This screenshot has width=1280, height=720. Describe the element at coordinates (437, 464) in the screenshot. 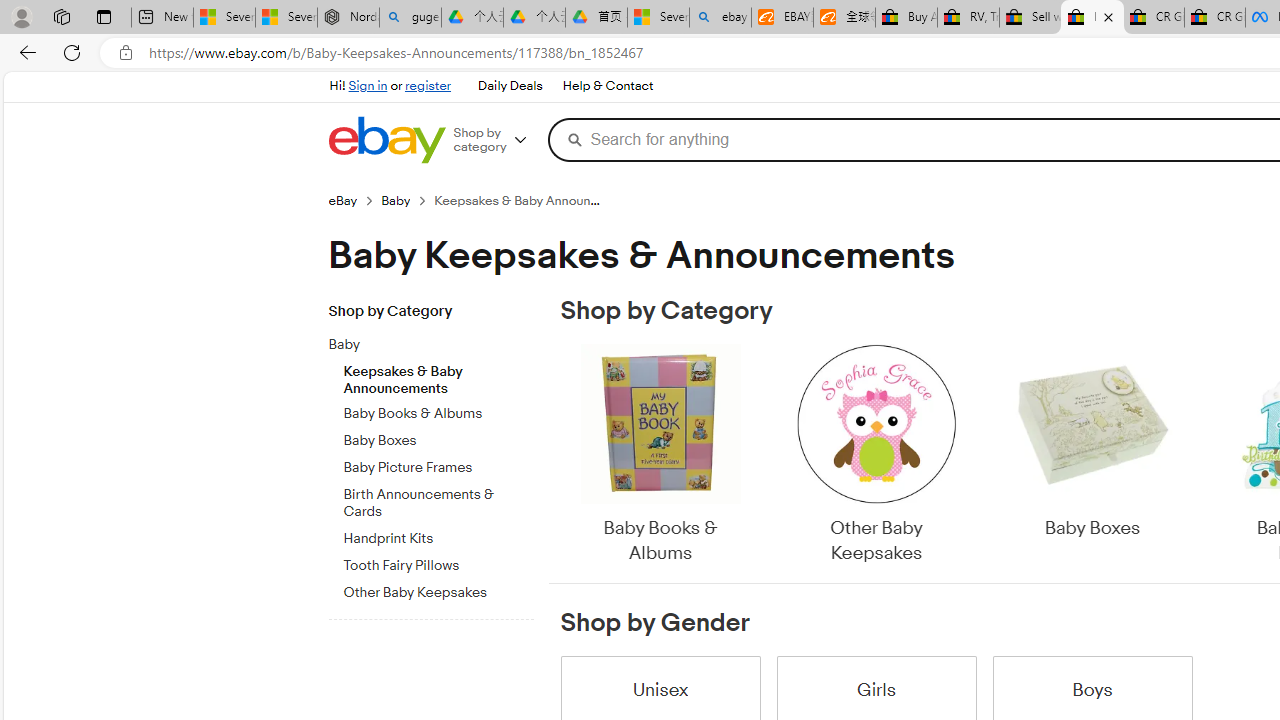

I see `'Baby Picture Frames'` at that location.